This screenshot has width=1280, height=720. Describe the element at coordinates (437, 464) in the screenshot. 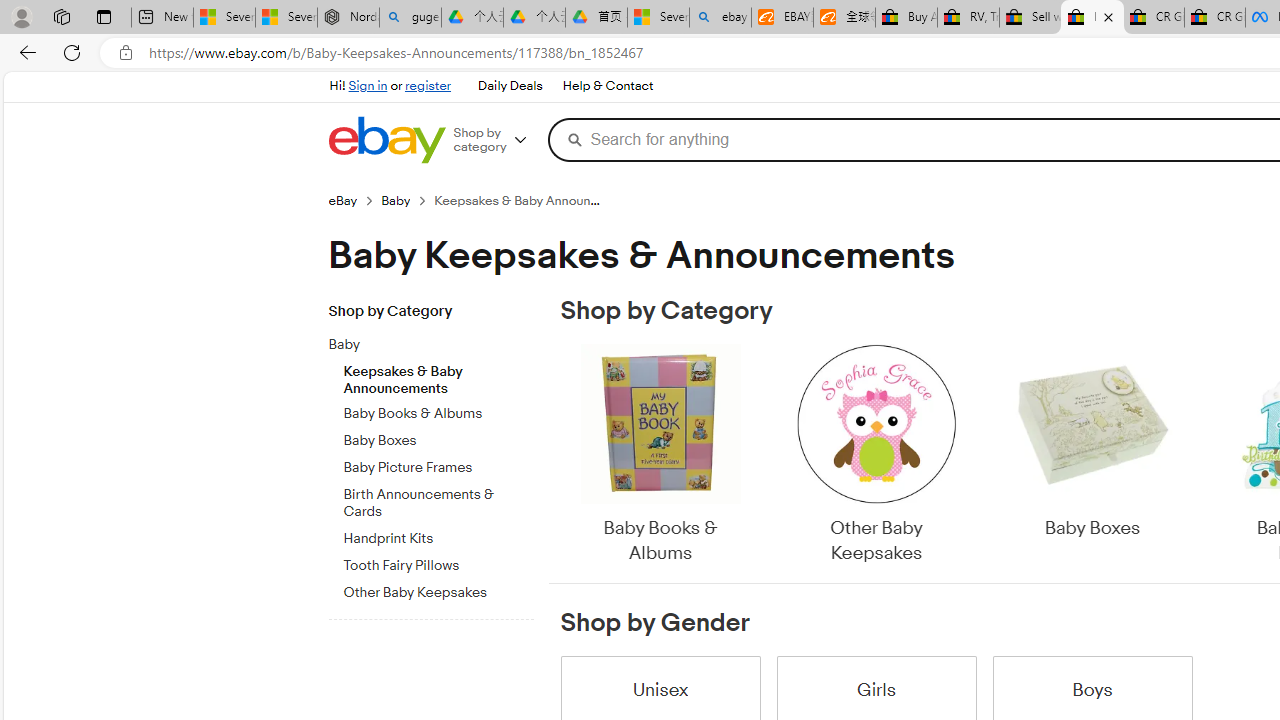

I see `'Baby Picture Frames'` at that location.